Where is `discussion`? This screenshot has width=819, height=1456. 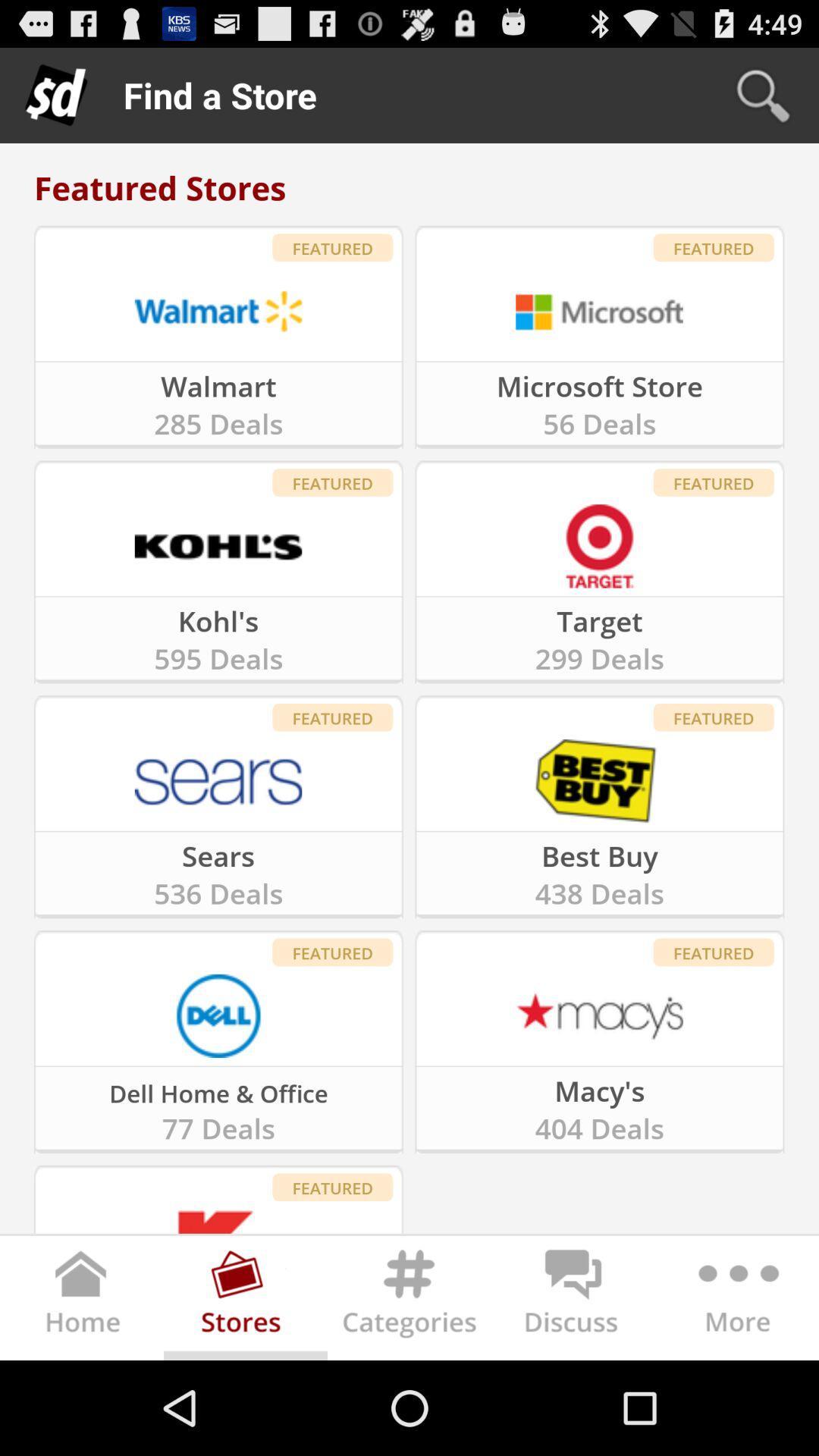 discussion is located at coordinates (573, 1301).